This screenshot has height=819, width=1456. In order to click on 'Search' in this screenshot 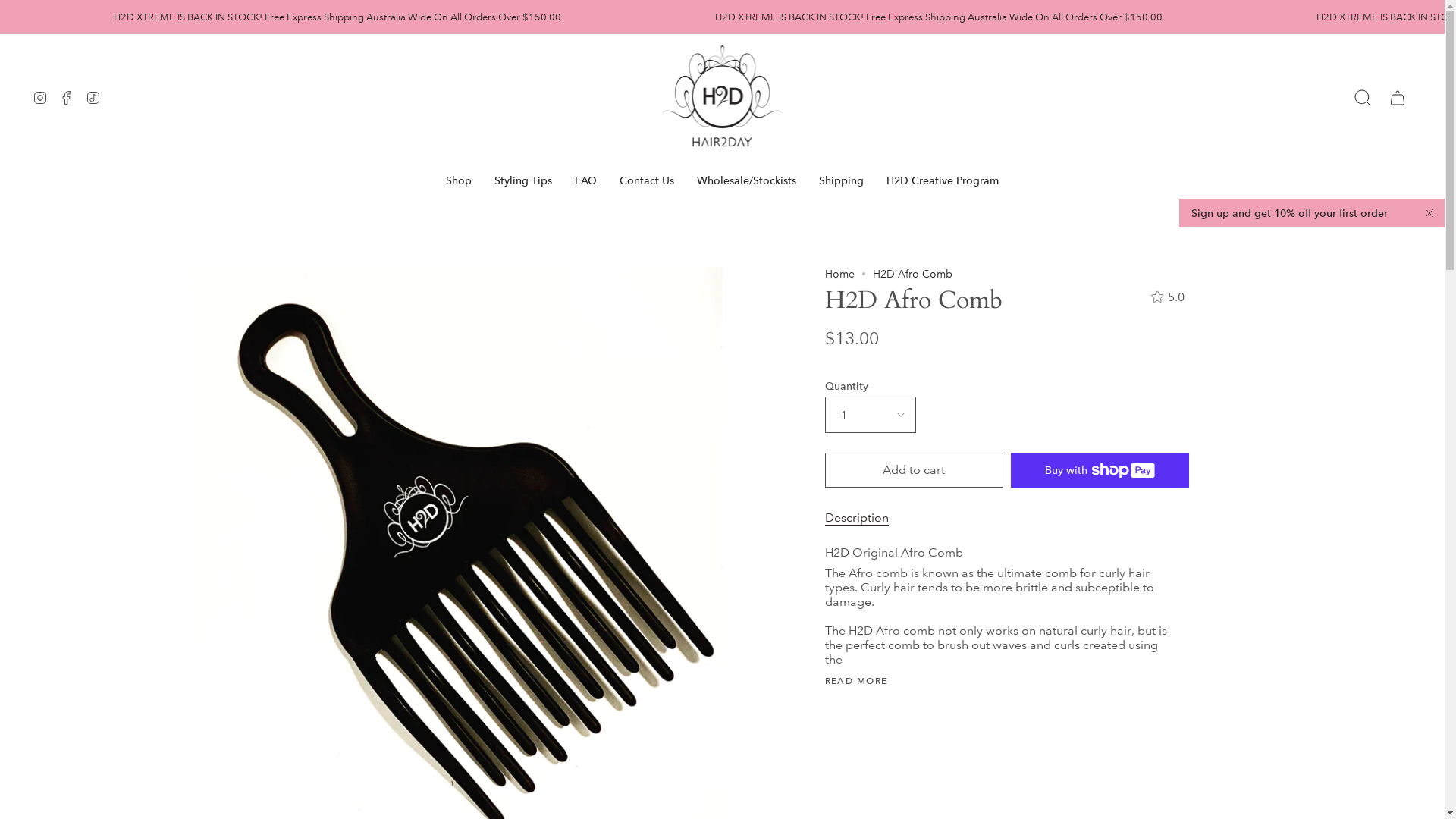, I will do `click(1362, 98)`.